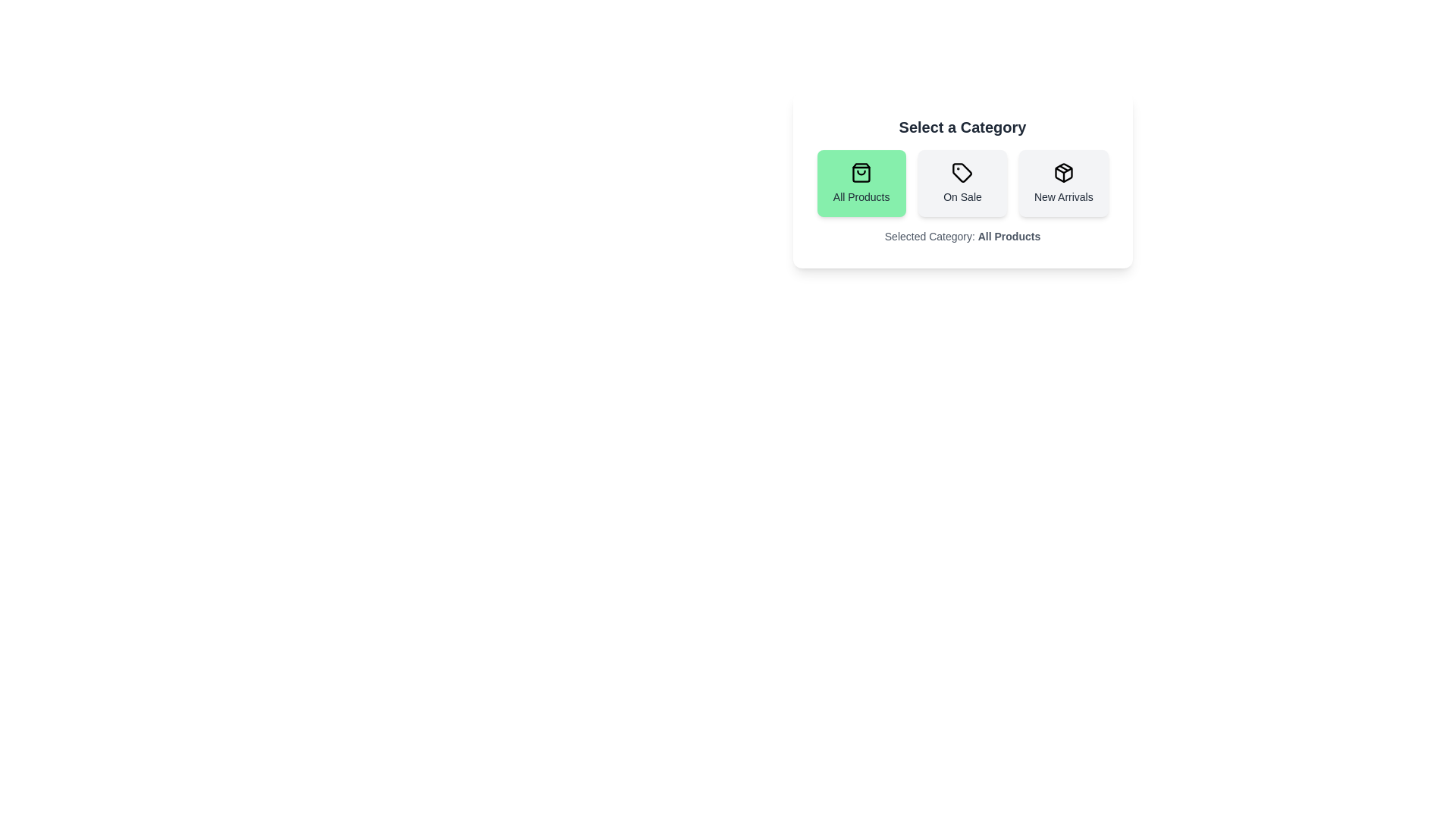  I want to click on the 'All Products' button to select the 'All Products' category, so click(861, 183).